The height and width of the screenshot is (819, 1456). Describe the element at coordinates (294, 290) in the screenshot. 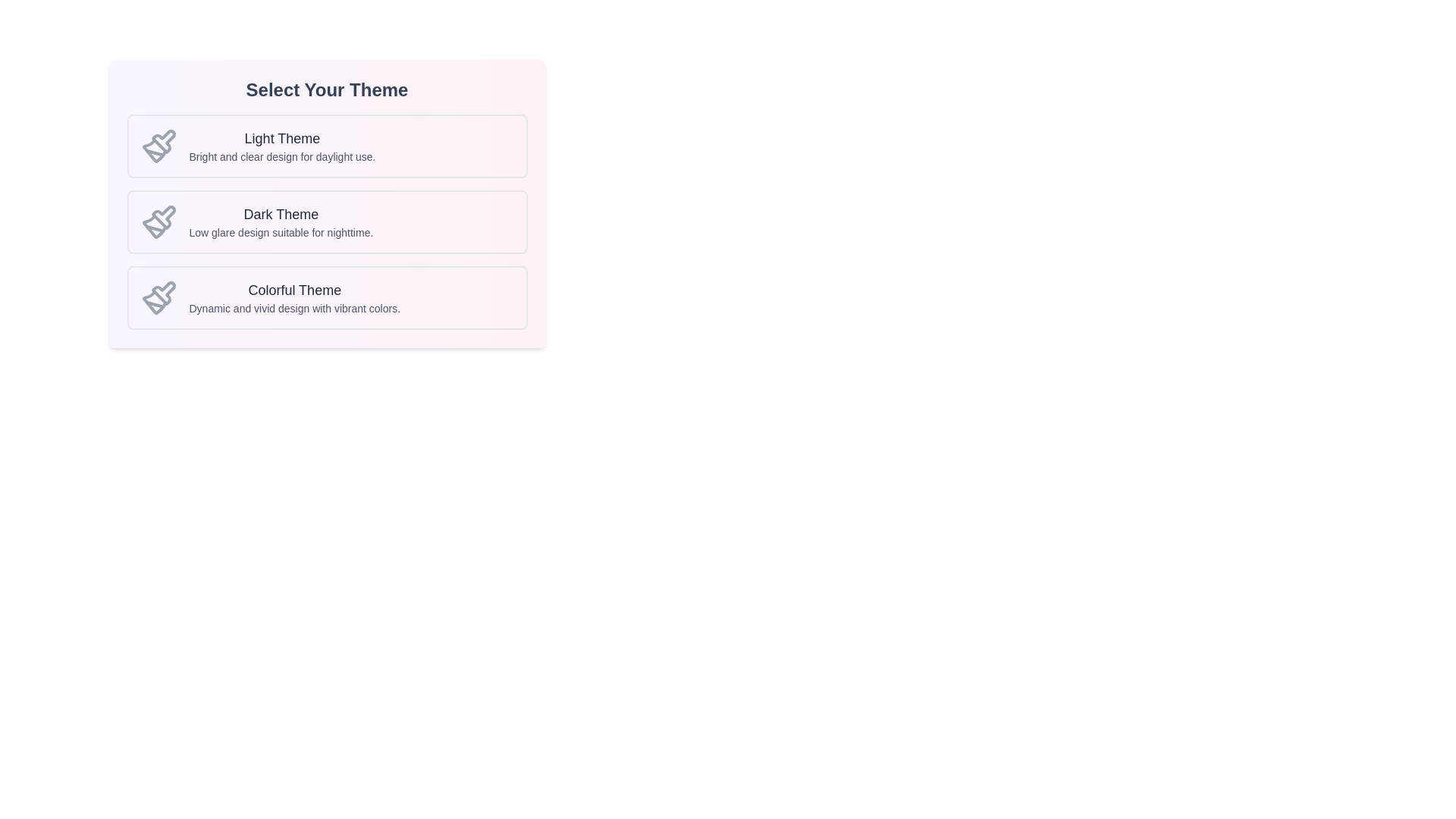

I see `the text label that reads 'Colorful Theme', which is styled in a large, bold font and displayed in dark gray, located in the third option box under the 'Select Your Theme' section` at that location.